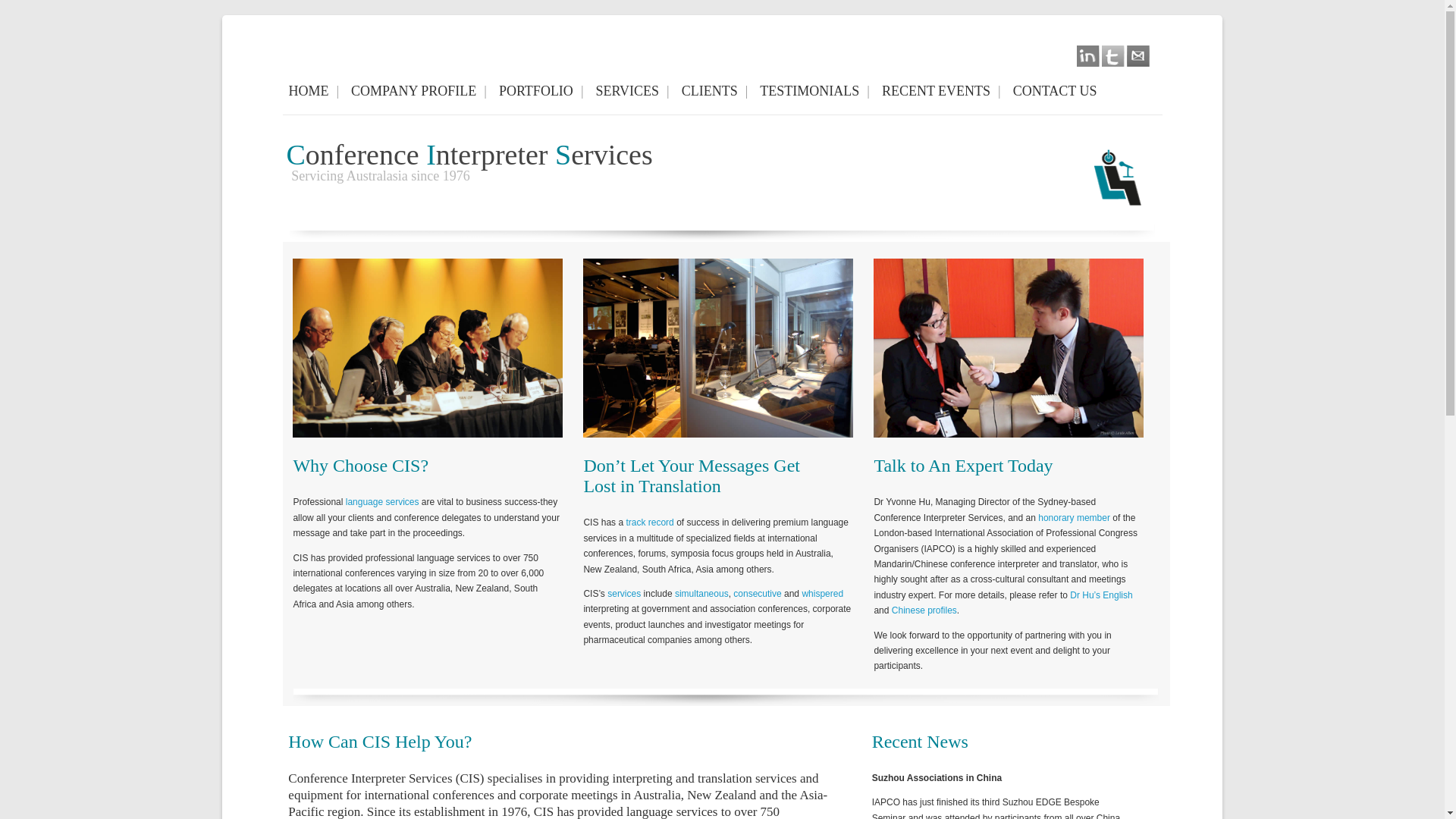  Describe the element at coordinates (1113, 55) in the screenshot. I see `'Twitter'` at that location.